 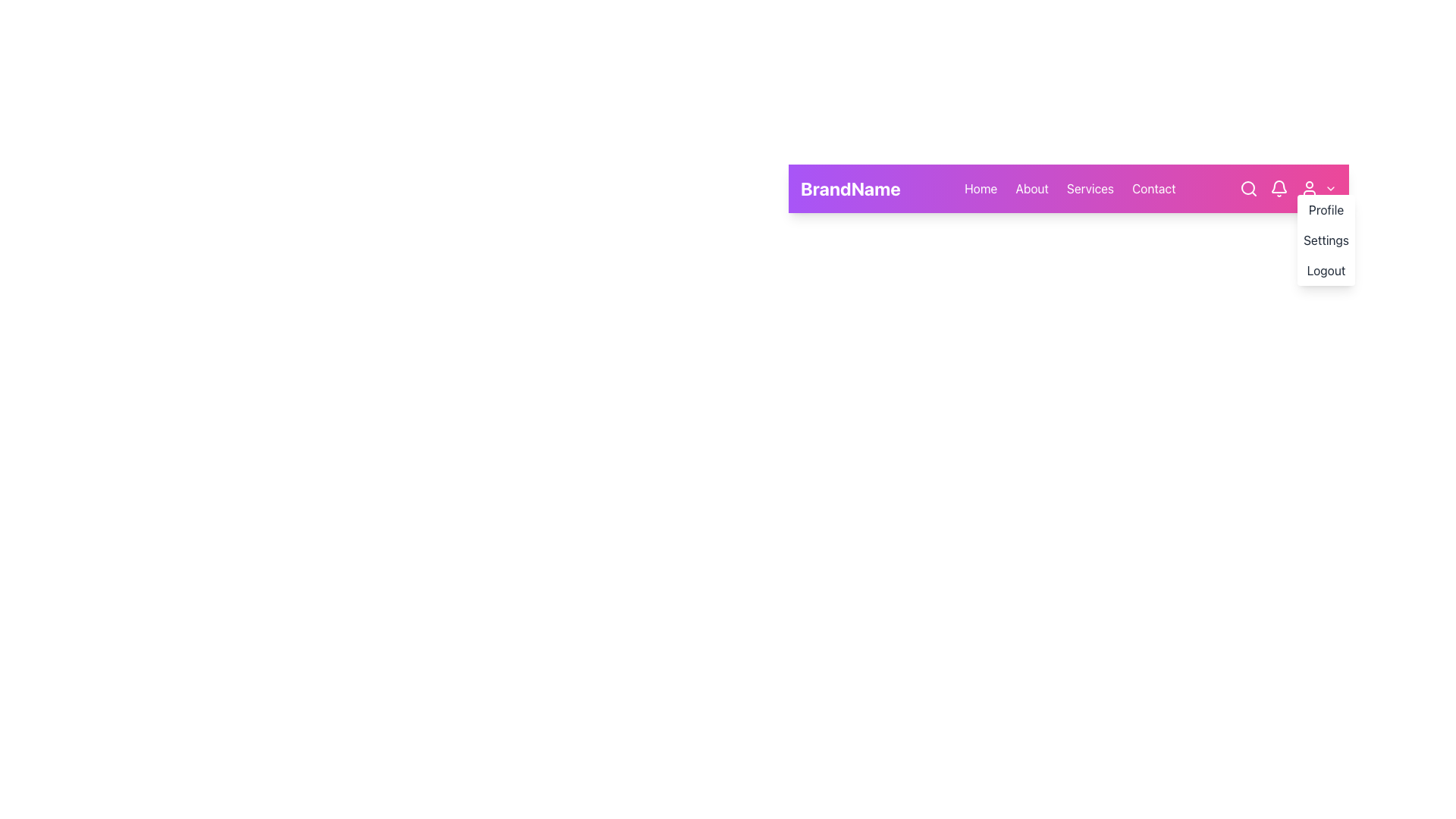 What do you see at coordinates (1069, 188) in the screenshot?
I see `the Navbar navigation section` at bounding box center [1069, 188].